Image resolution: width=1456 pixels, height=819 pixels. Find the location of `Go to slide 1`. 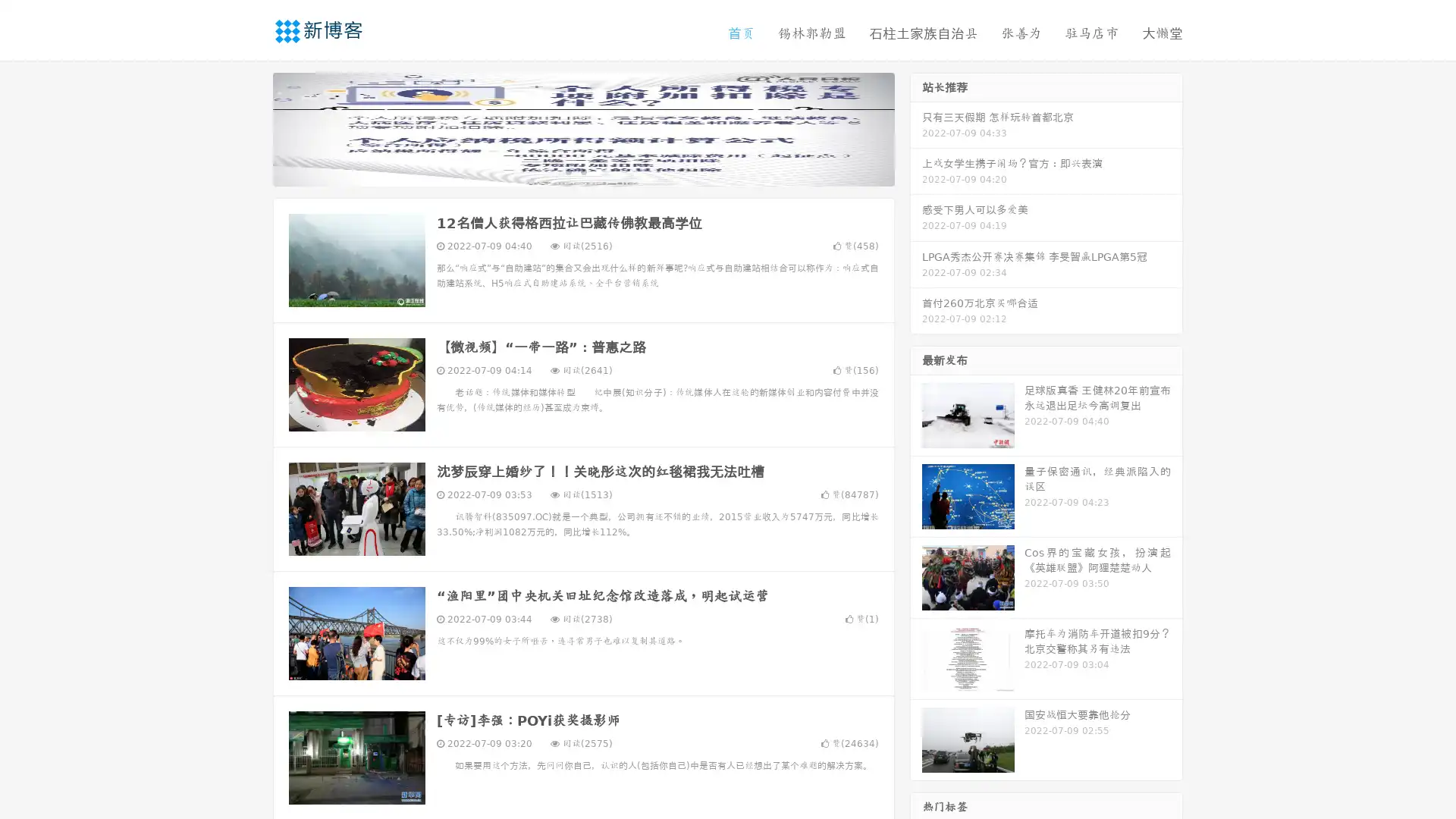

Go to slide 1 is located at coordinates (567, 171).